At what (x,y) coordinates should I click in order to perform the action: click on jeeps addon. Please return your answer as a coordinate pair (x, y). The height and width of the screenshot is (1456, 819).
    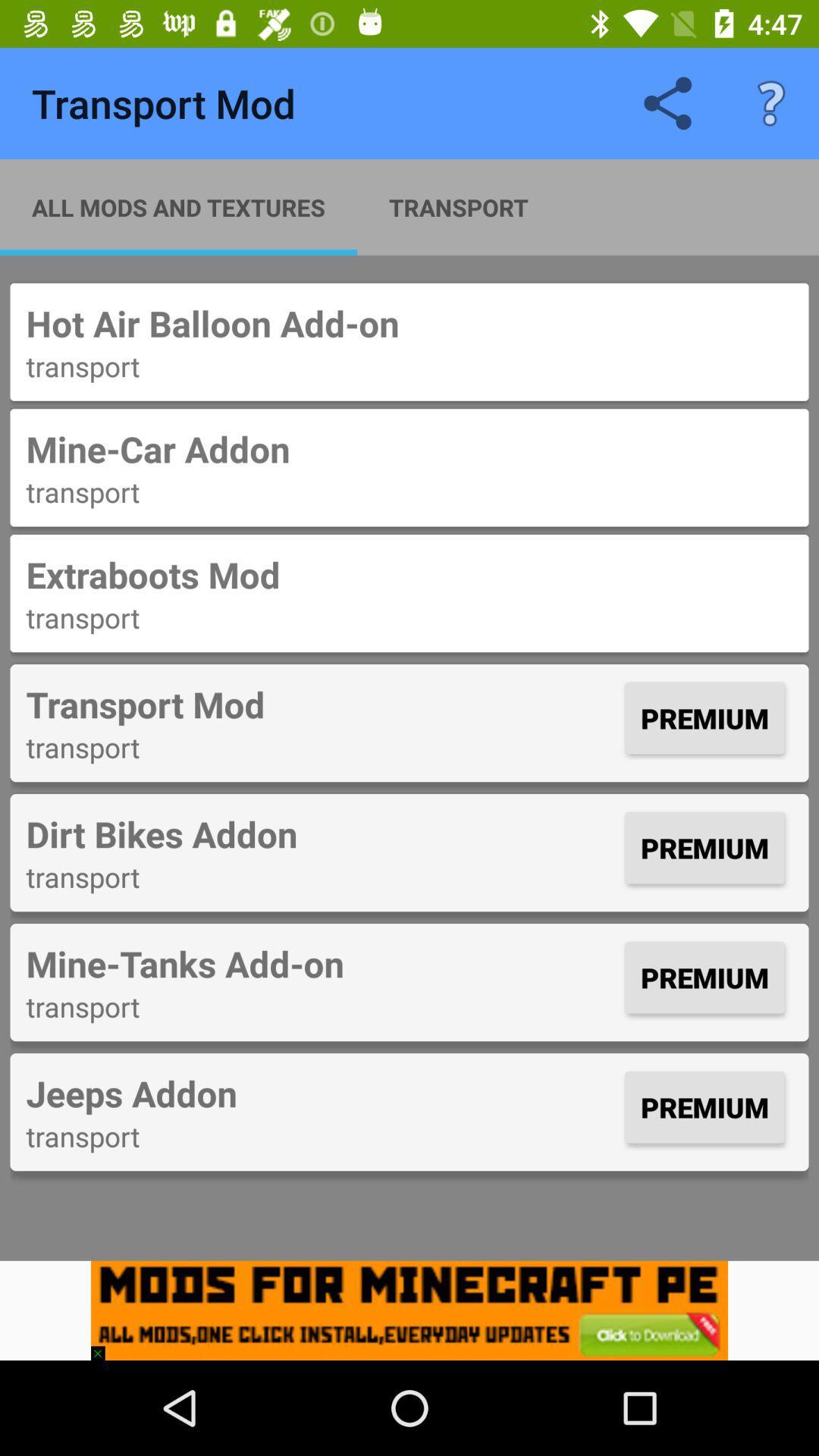
    Looking at the image, I should click on (321, 1093).